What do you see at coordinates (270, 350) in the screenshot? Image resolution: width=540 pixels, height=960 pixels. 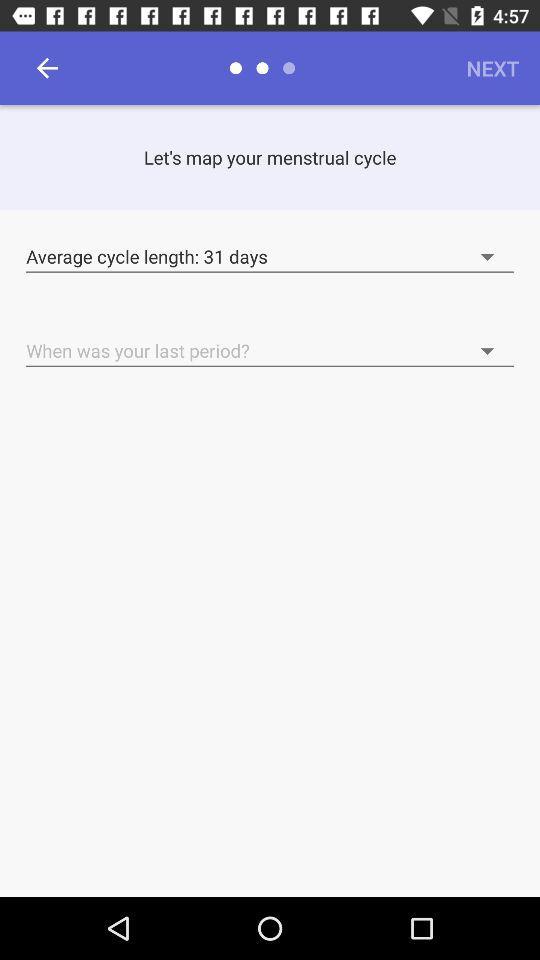 I see `the text field with a text when was your last period with dropdown button on a page` at bounding box center [270, 350].